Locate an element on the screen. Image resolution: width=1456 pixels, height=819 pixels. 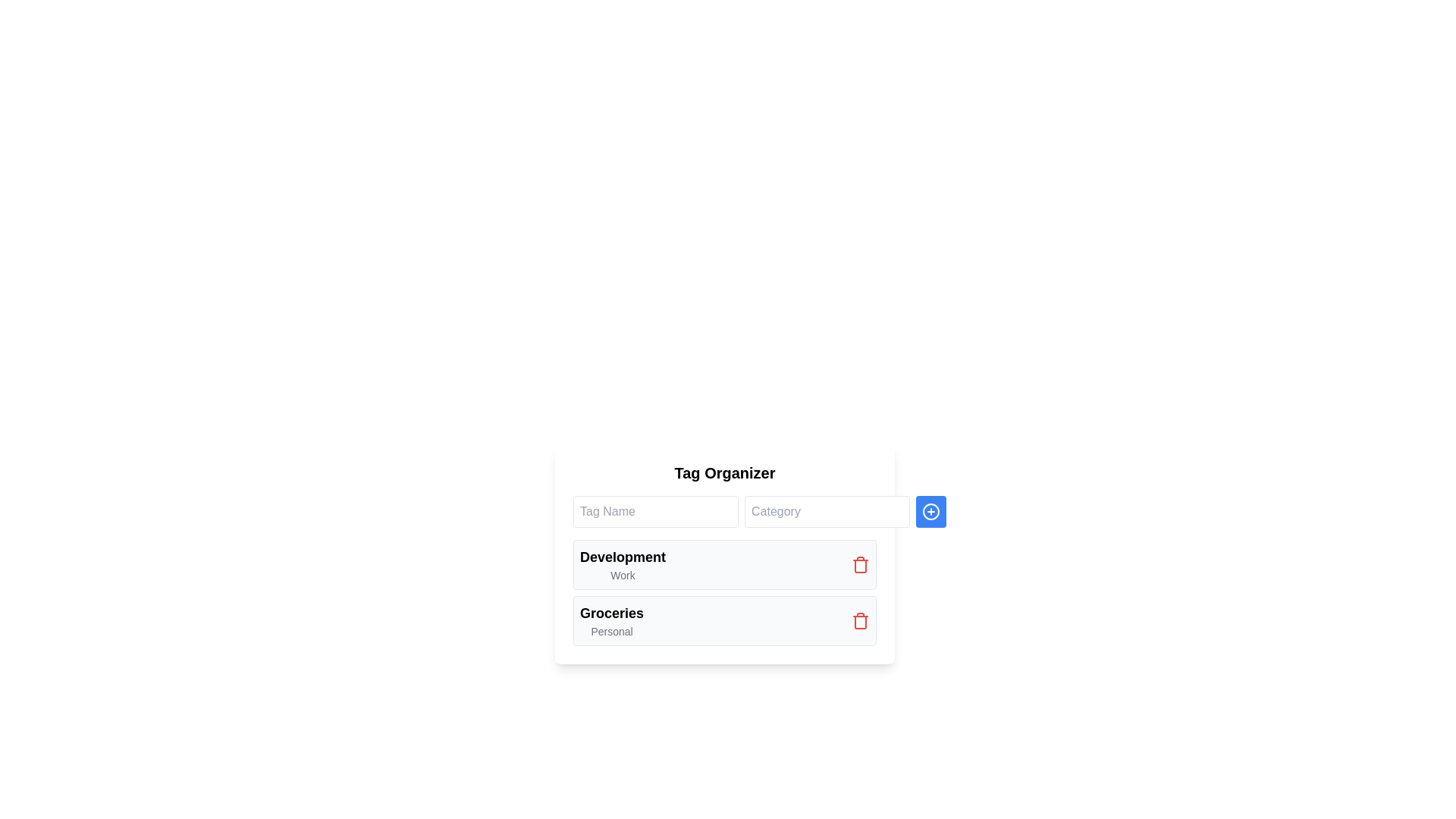
text label displaying 'Development' in bold and large font located on the left side of the first row in the 'Tag Organizer' interface is located at coordinates (623, 557).